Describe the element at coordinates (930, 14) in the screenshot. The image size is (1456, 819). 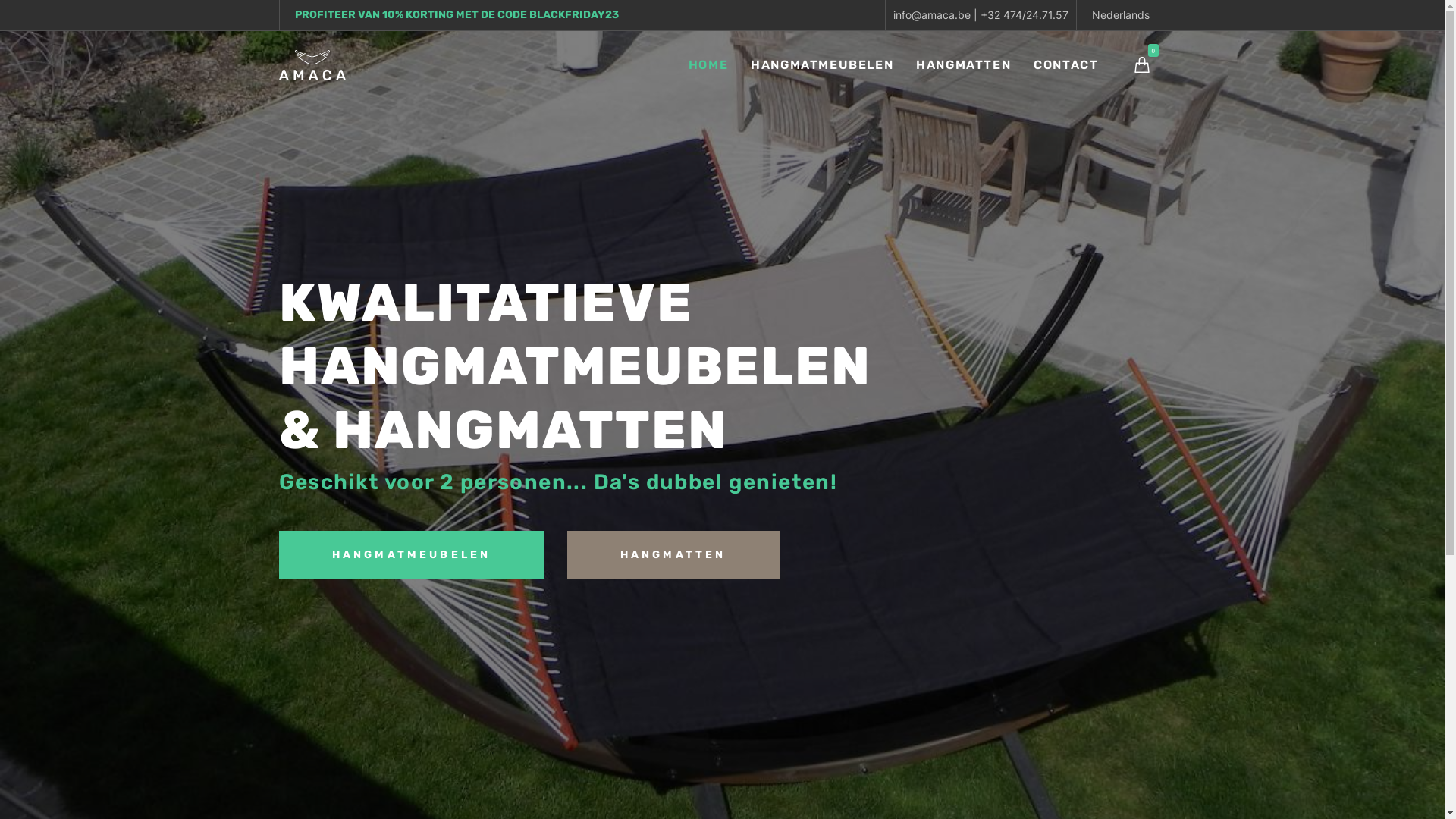
I see `'info@amaca.be'` at that location.